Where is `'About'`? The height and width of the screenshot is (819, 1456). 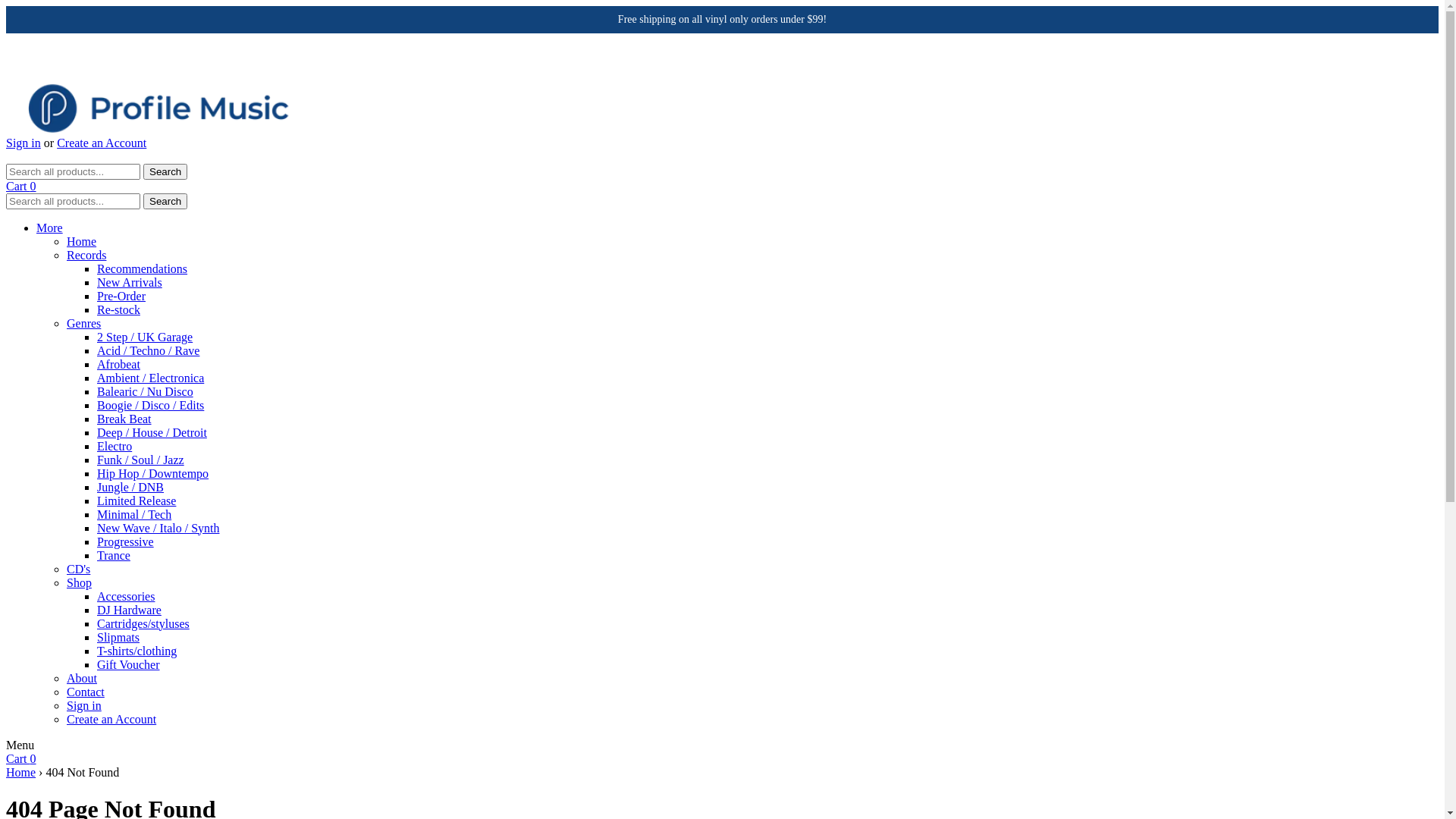
'About' is located at coordinates (80, 677).